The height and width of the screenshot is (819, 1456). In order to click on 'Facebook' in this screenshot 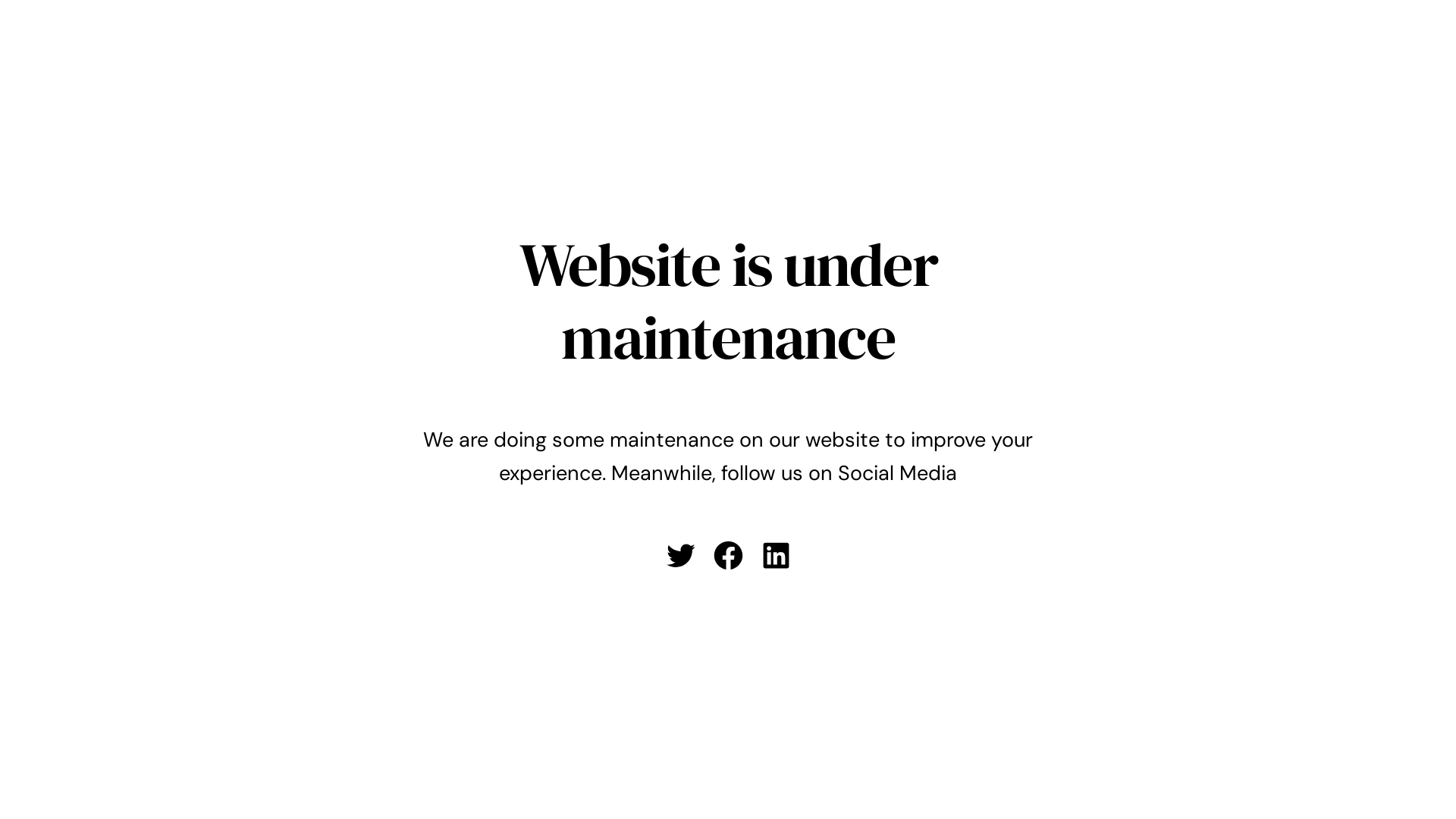, I will do `click(728, 555)`.